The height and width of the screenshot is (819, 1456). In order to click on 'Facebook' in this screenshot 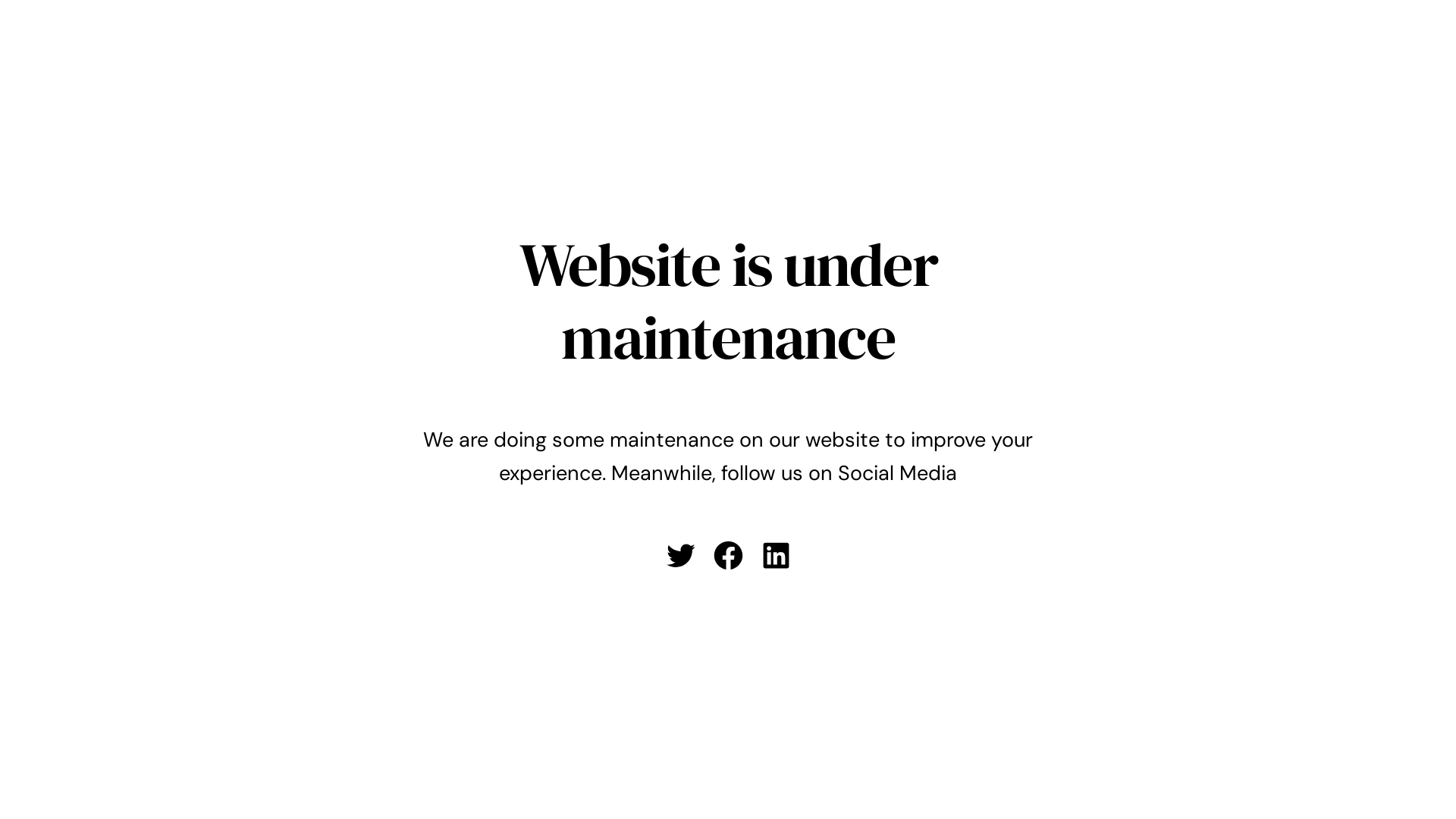, I will do `click(728, 555)`.